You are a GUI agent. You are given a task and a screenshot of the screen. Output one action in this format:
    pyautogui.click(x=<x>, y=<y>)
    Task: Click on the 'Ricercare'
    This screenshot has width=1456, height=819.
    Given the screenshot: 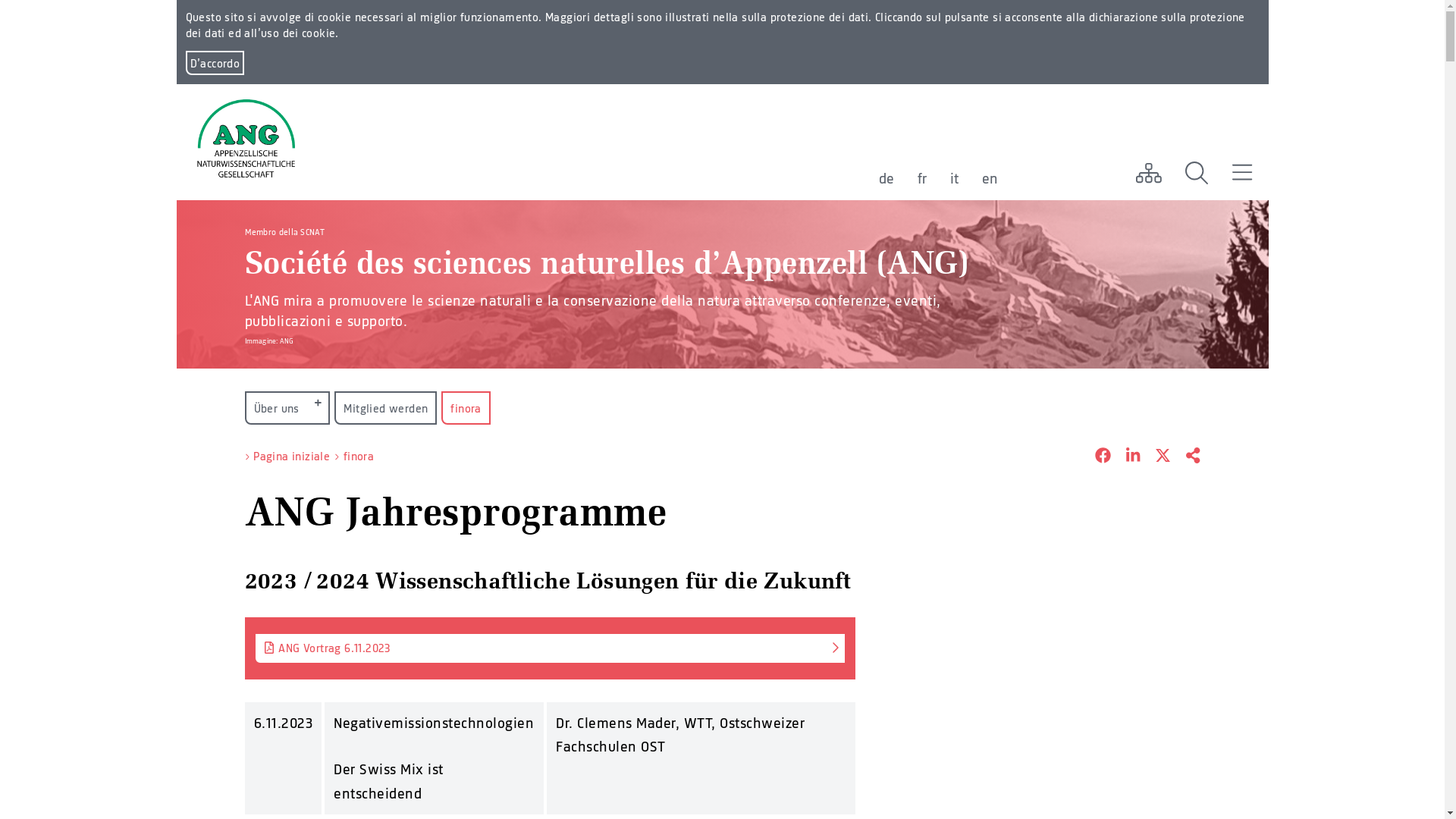 What is the action you would take?
    pyautogui.click(x=1196, y=171)
    